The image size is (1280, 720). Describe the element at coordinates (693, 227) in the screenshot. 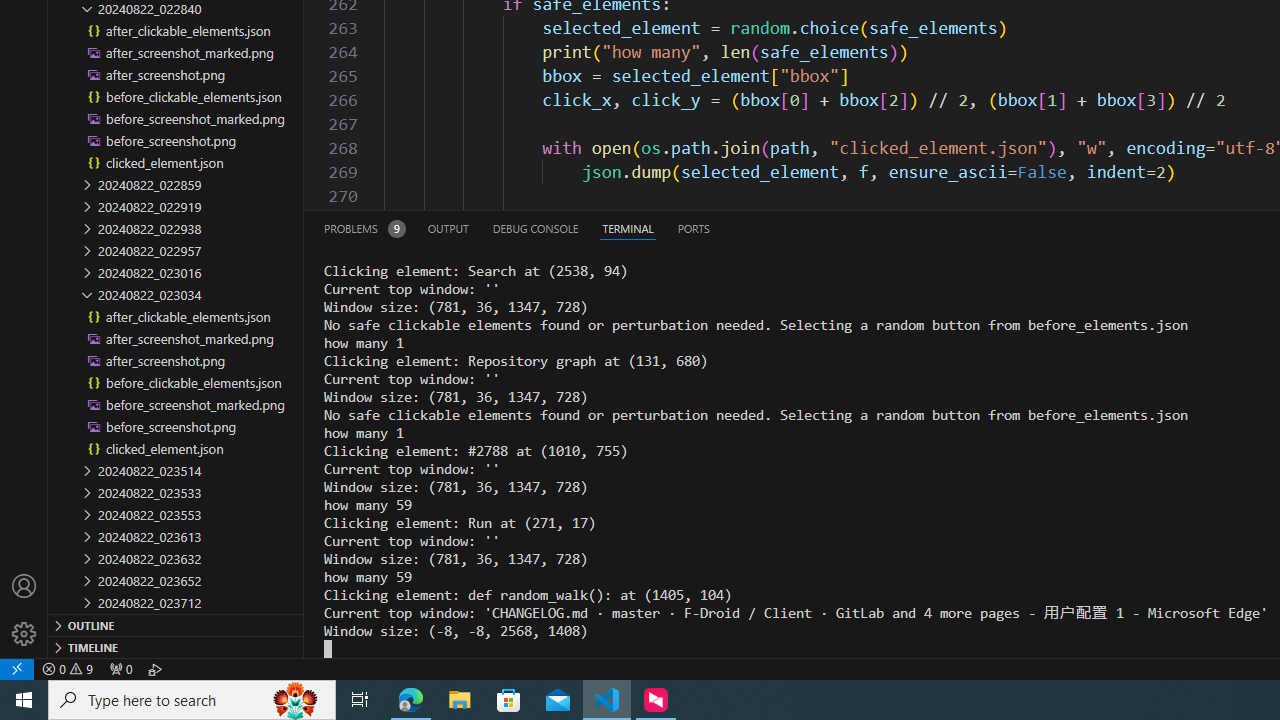

I see `'Ports'` at that location.